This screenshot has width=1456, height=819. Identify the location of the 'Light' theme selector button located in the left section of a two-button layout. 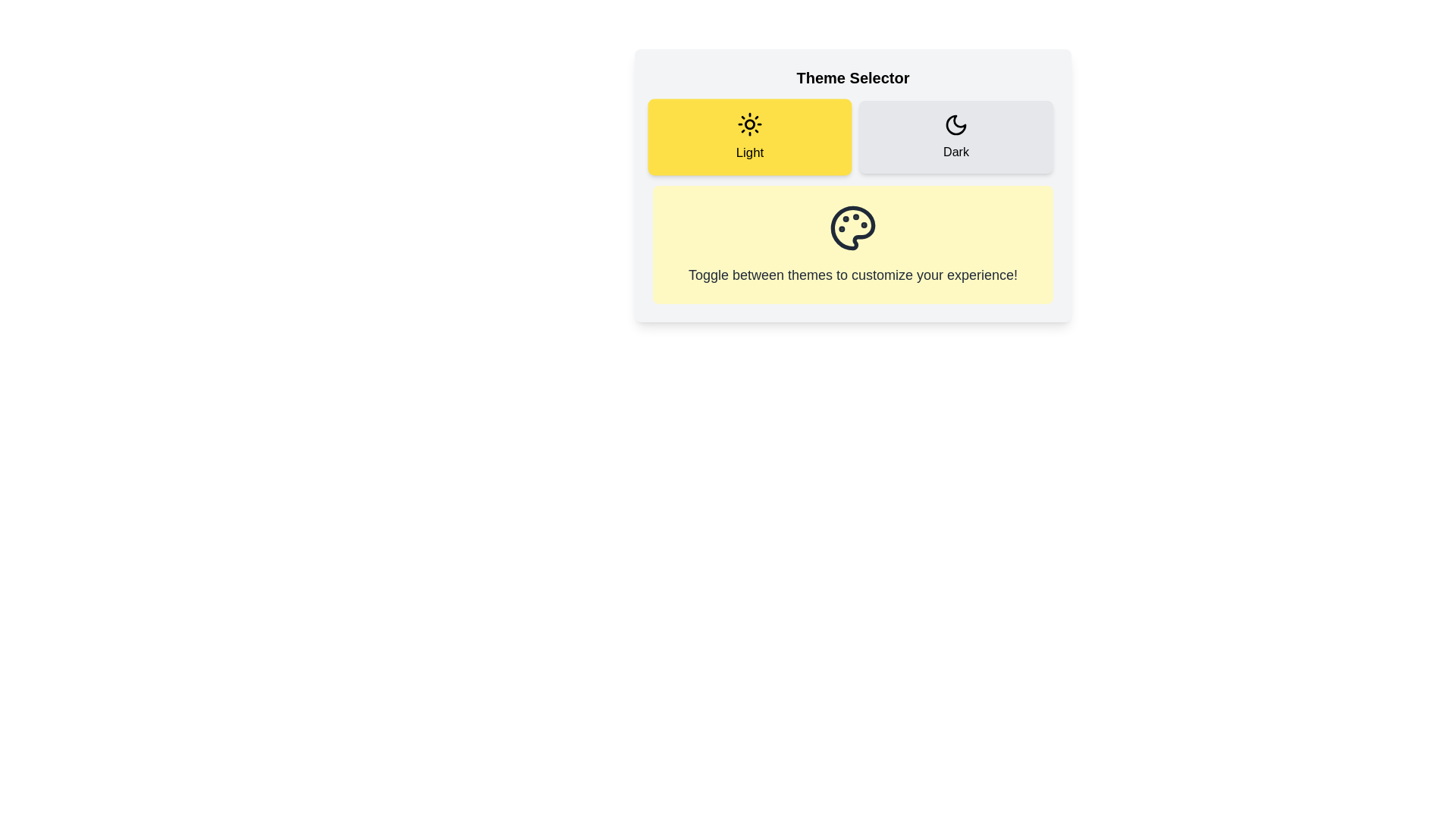
(749, 137).